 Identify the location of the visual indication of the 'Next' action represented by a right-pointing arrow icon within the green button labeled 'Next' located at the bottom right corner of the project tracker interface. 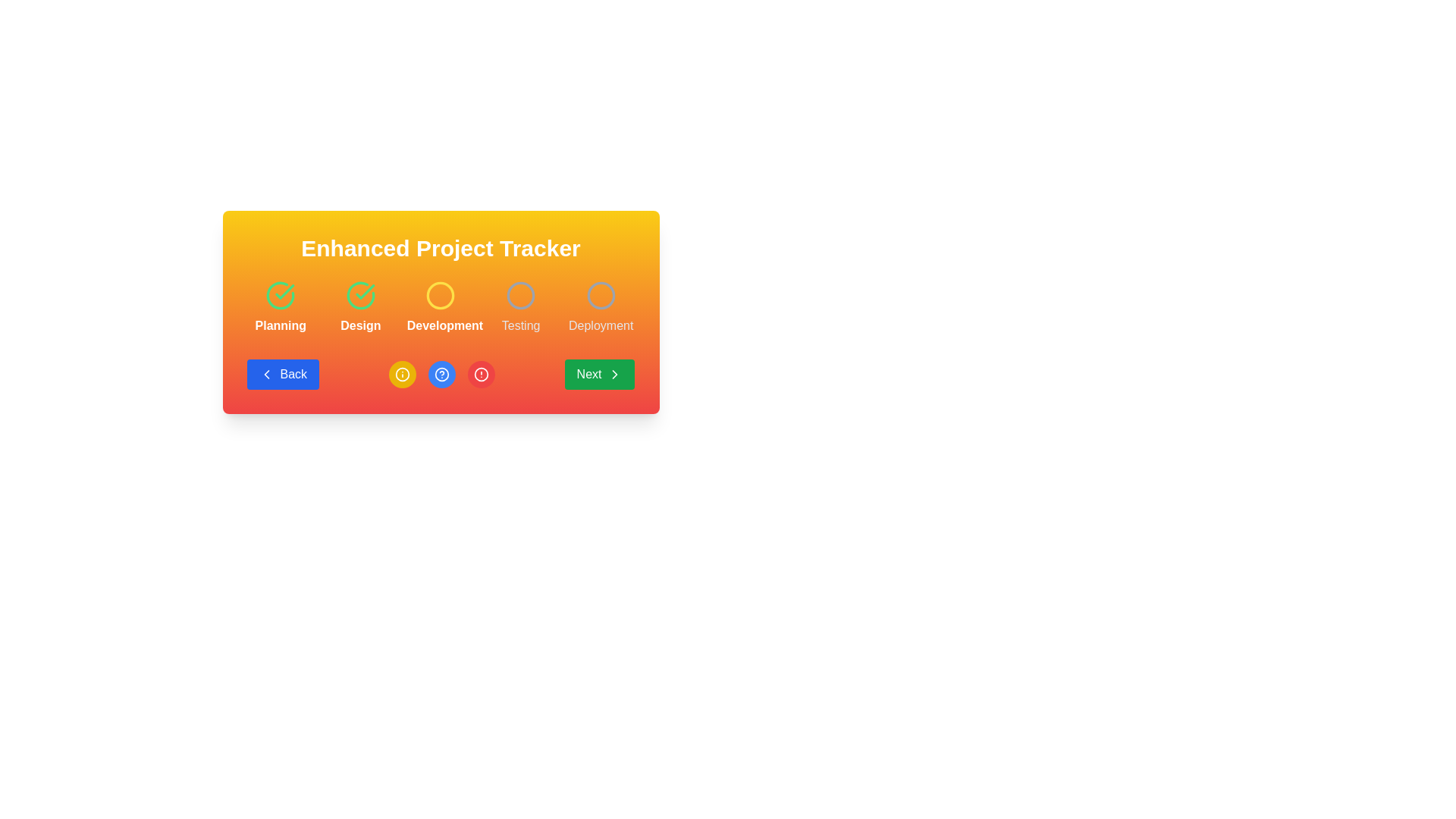
(615, 374).